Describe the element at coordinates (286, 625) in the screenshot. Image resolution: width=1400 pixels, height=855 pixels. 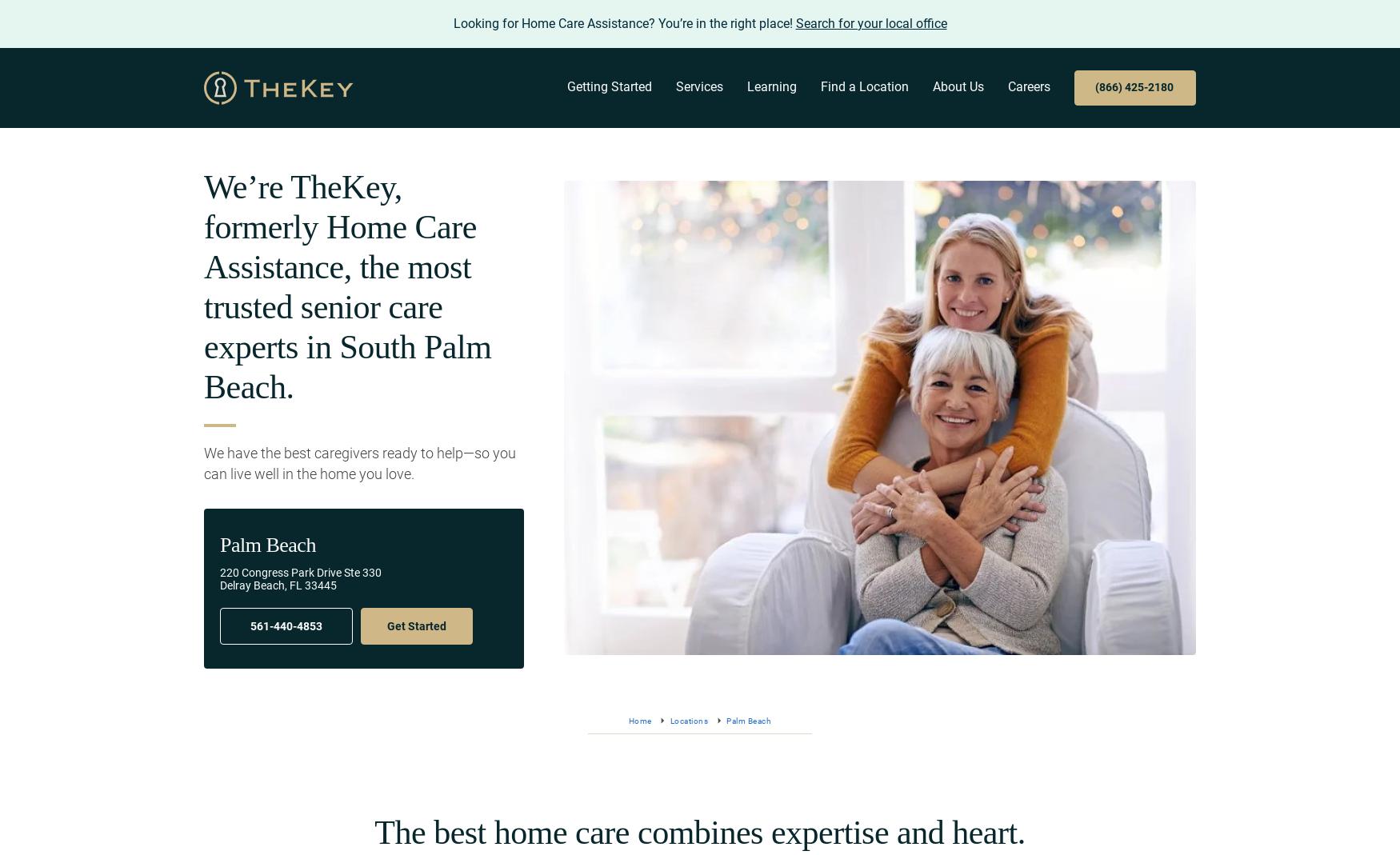
I see `'561-440-4853'` at that location.